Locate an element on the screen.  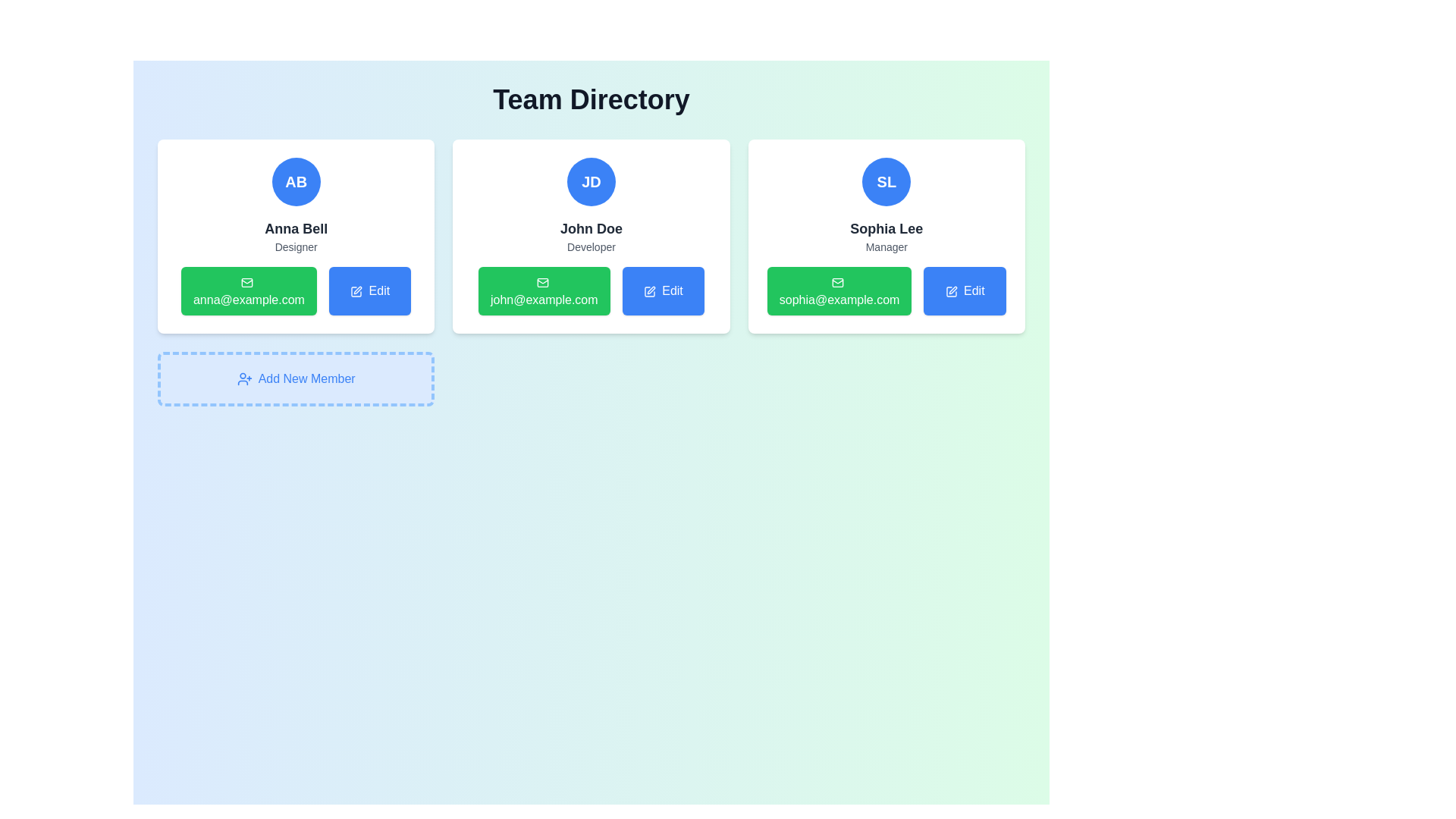
the vector graphic icon within the 'Edit' button for 'Anna Bell' in the Team Directory is located at coordinates (356, 291).